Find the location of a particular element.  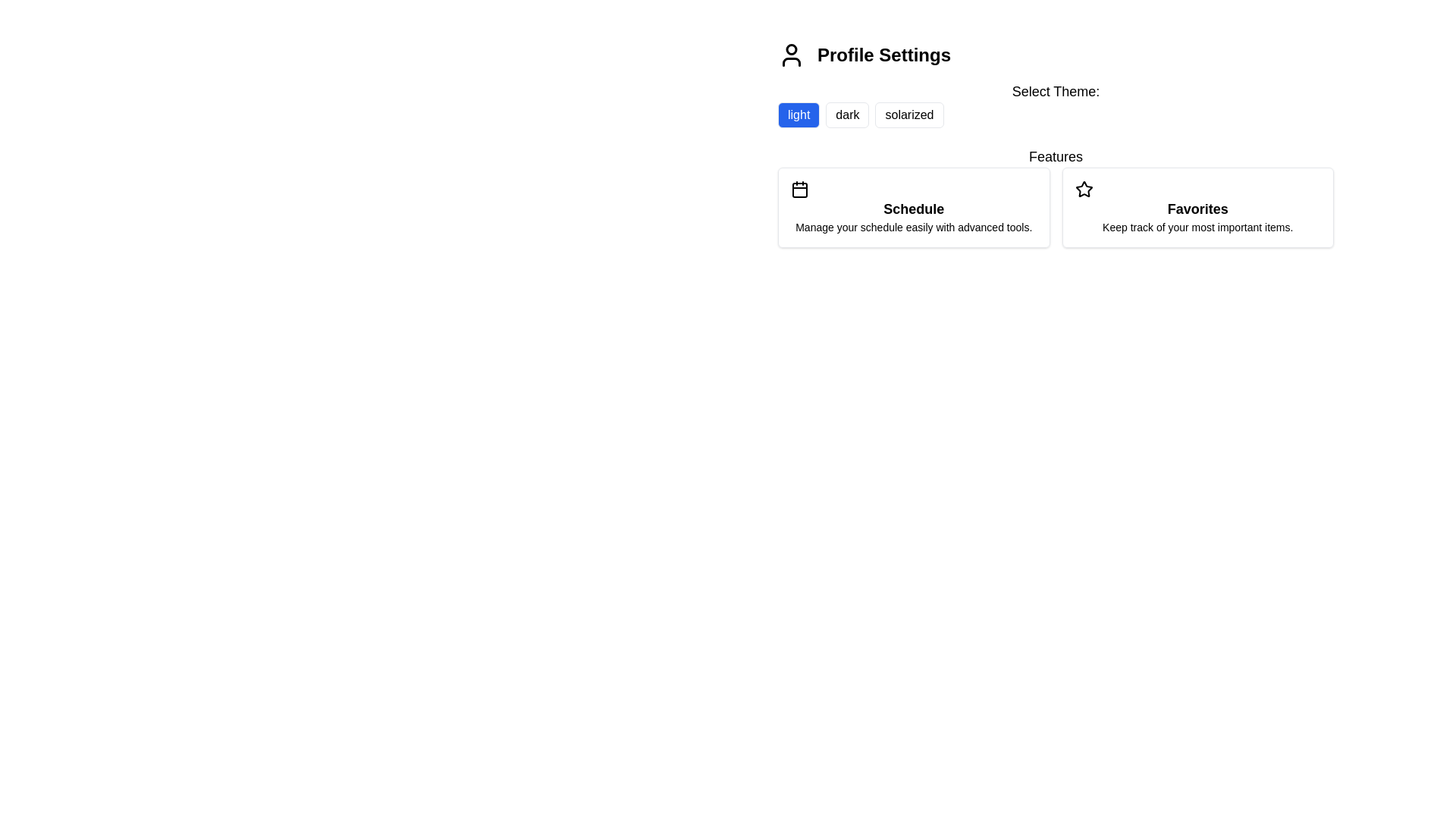

the user profile icon, which is a circular shape with a semicircular body, located to the left of the 'Profile Settings' text in the header area is located at coordinates (790, 55).